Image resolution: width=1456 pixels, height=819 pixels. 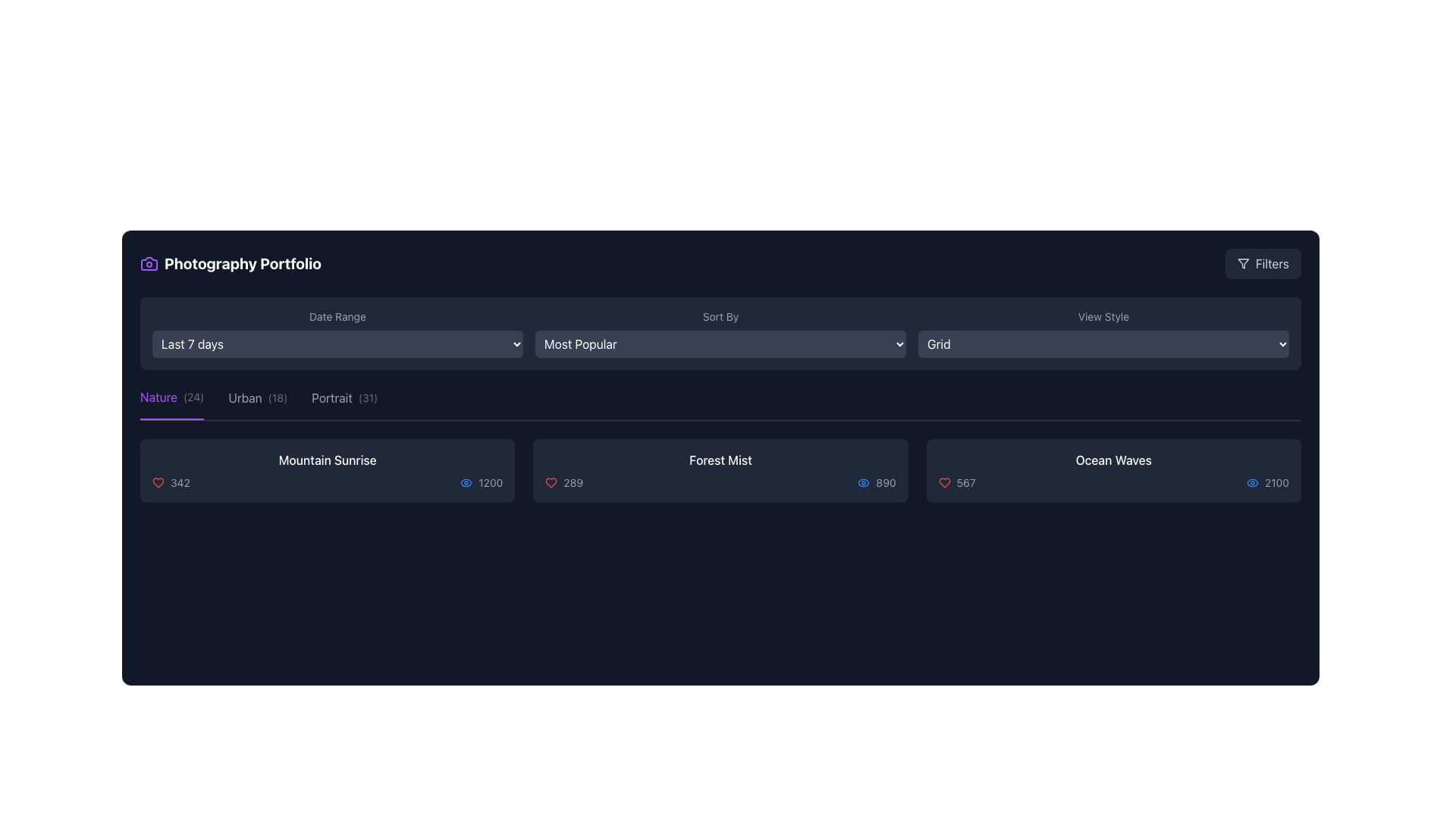 What do you see at coordinates (551, 482) in the screenshot?
I see `the heart-shaped 'like' button located in the second card titled 'Forest Mist' for keyboard interaction` at bounding box center [551, 482].